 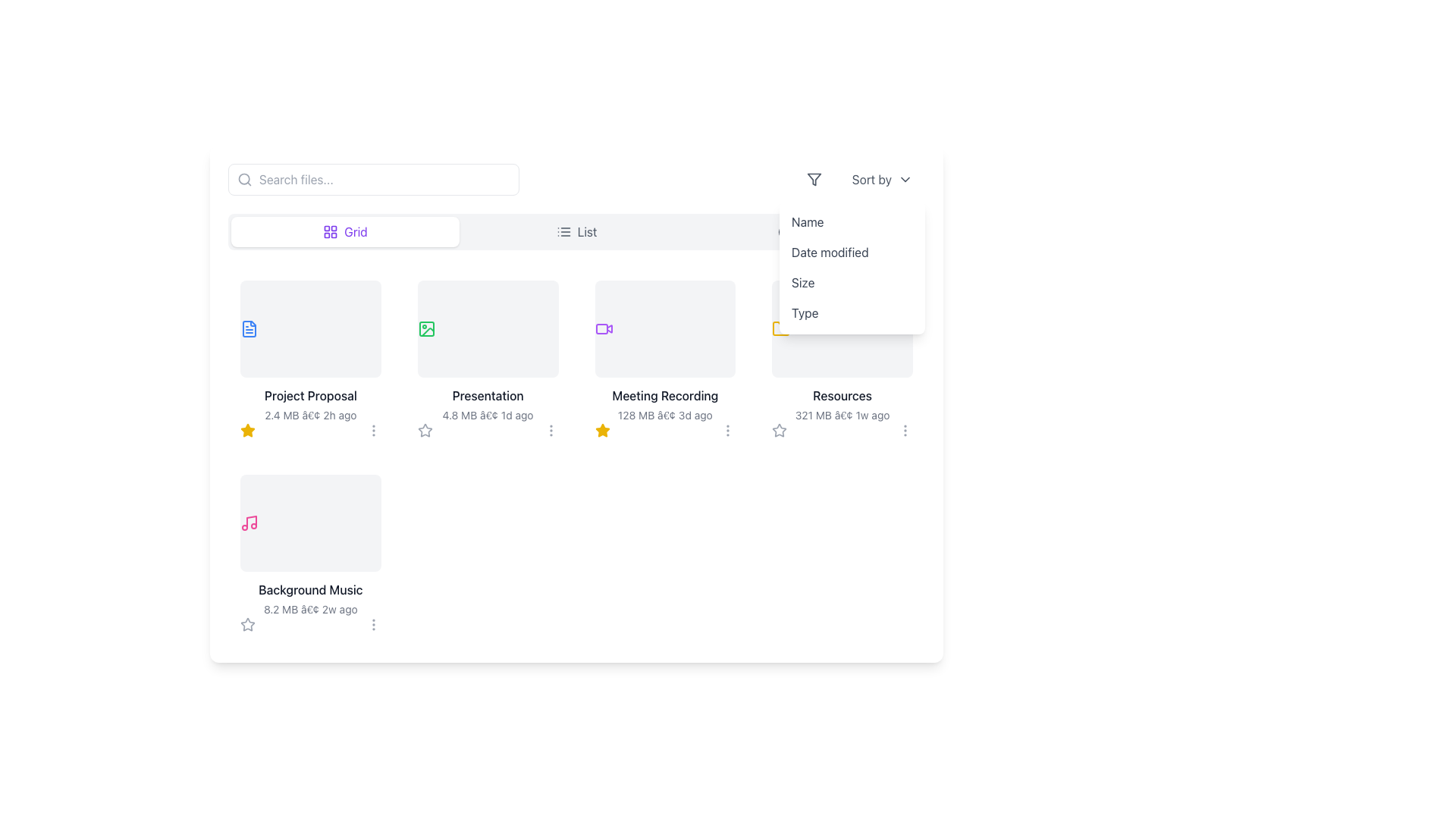 I want to click on the context menu icon located at the bottom right of the 'Background Music' section in the file list grid, which provides additional options for the associated file, so click(x=373, y=625).